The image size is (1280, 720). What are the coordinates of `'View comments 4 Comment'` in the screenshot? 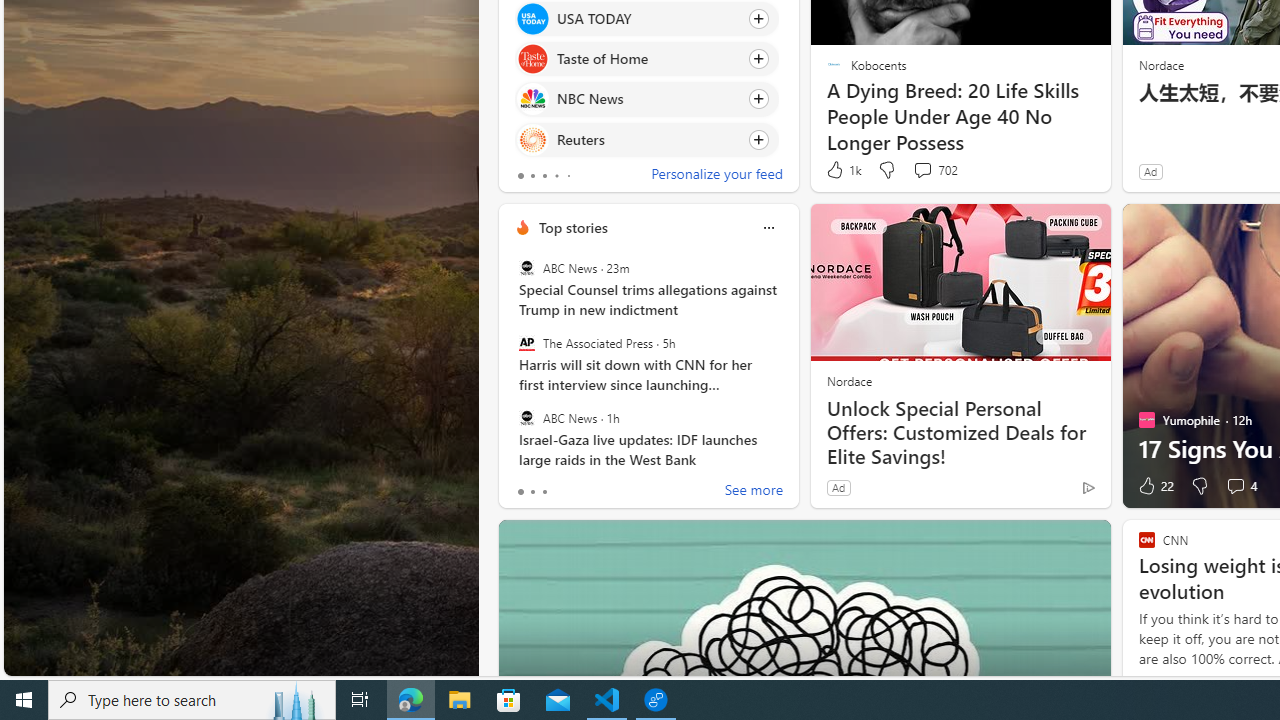 It's located at (1239, 486).